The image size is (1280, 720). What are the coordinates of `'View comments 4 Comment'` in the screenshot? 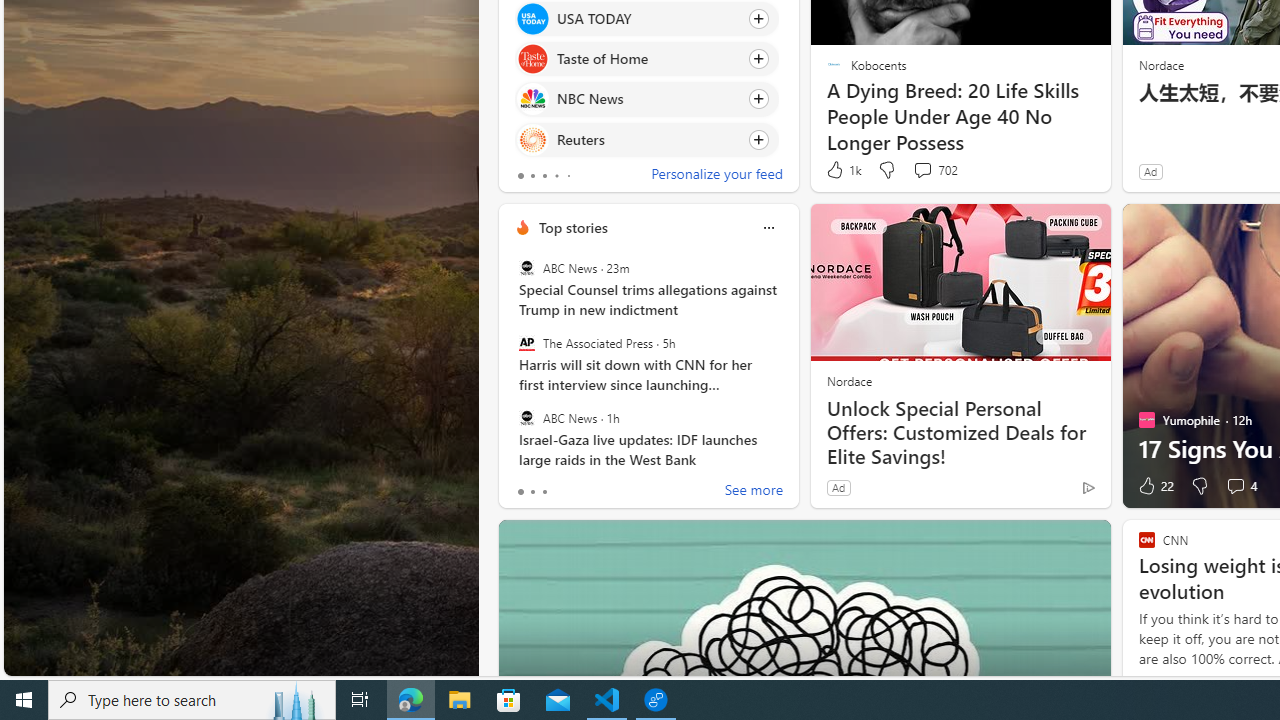 It's located at (1239, 486).